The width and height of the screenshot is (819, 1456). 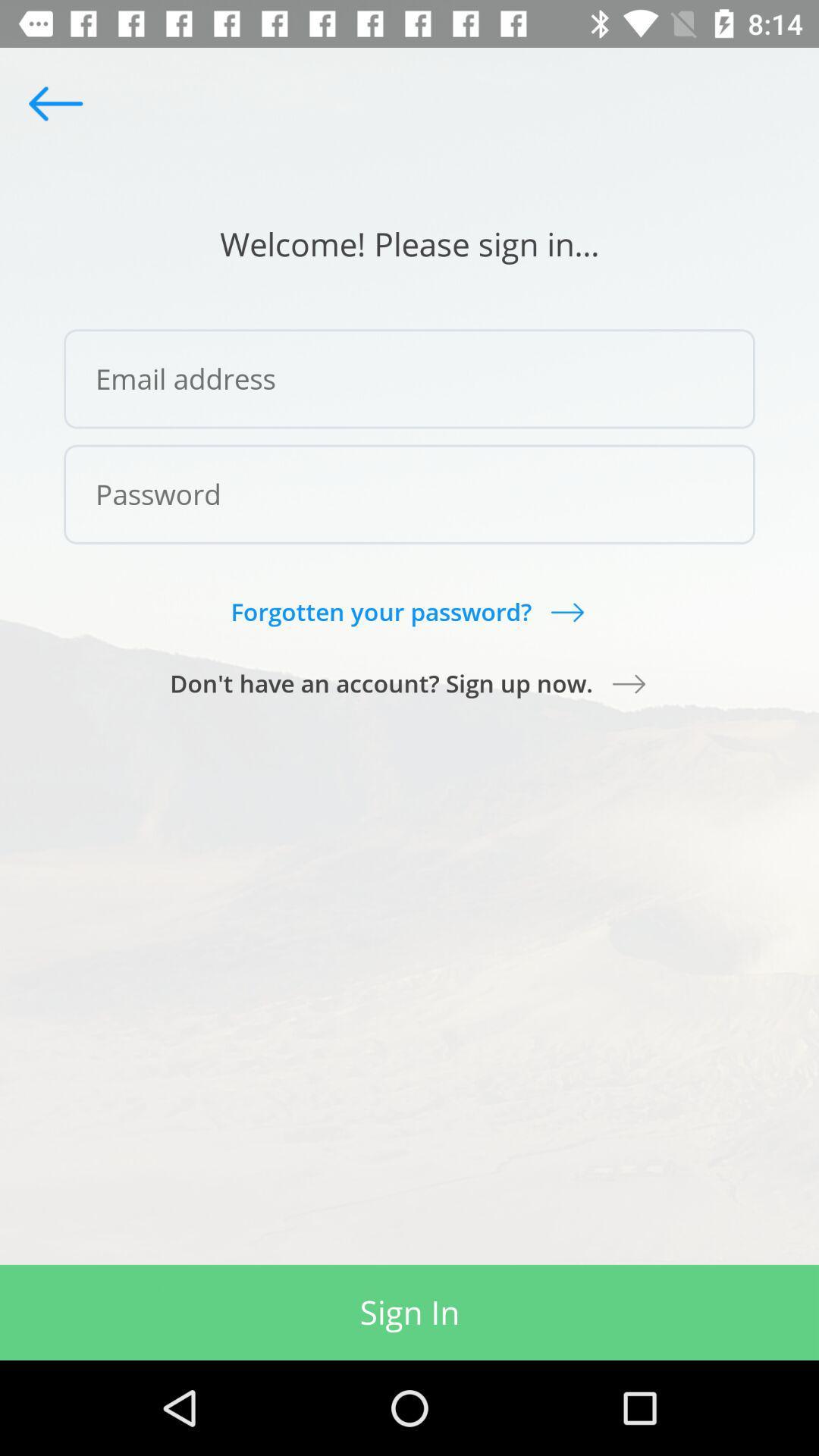 What do you see at coordinates (409, 682) in the screenshot?
I see `don t have` at bounding box center [409, 682].